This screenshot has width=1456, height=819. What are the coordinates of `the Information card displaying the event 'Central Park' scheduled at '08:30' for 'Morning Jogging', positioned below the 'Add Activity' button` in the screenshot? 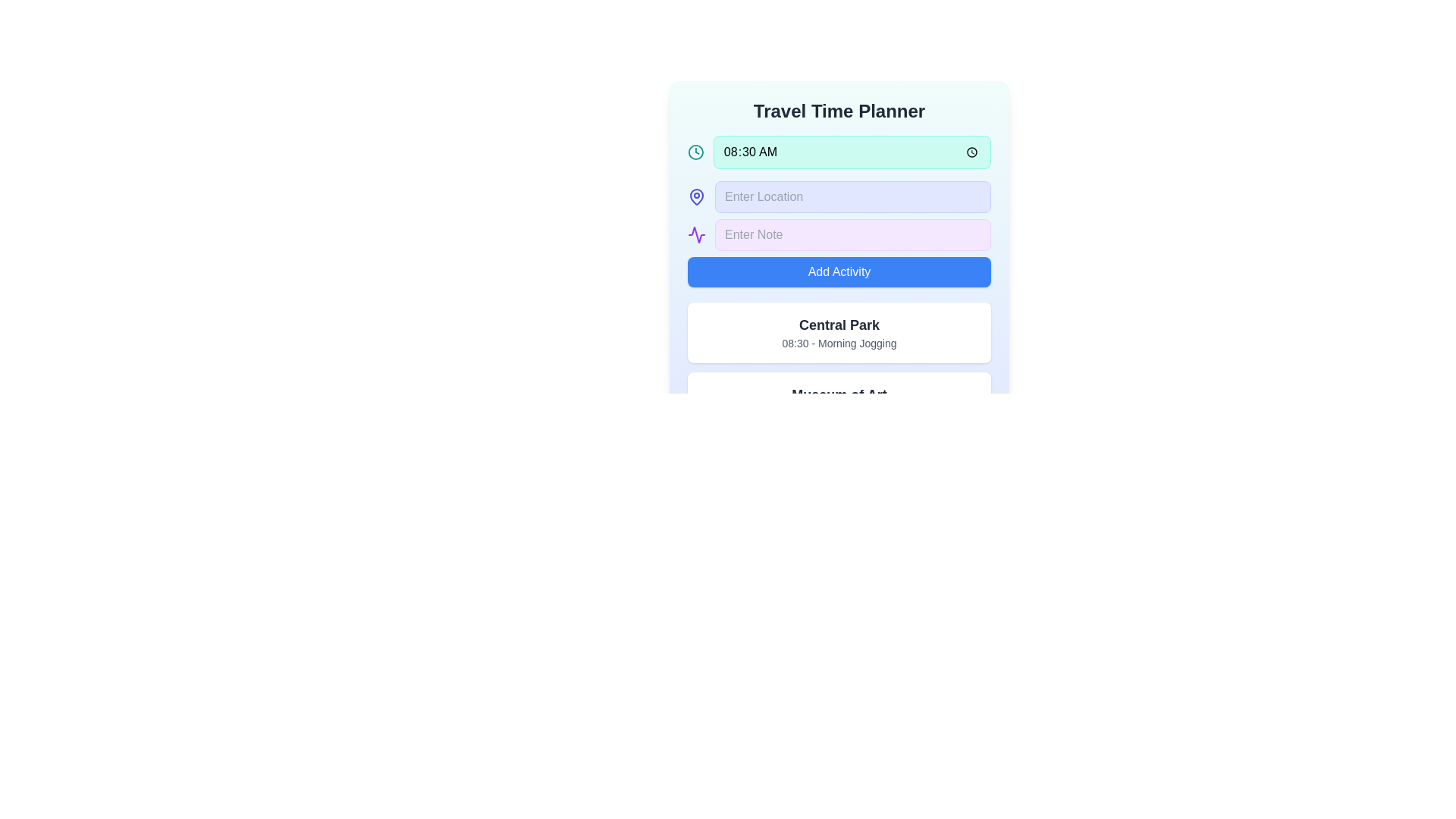 It's located at (839, 332).